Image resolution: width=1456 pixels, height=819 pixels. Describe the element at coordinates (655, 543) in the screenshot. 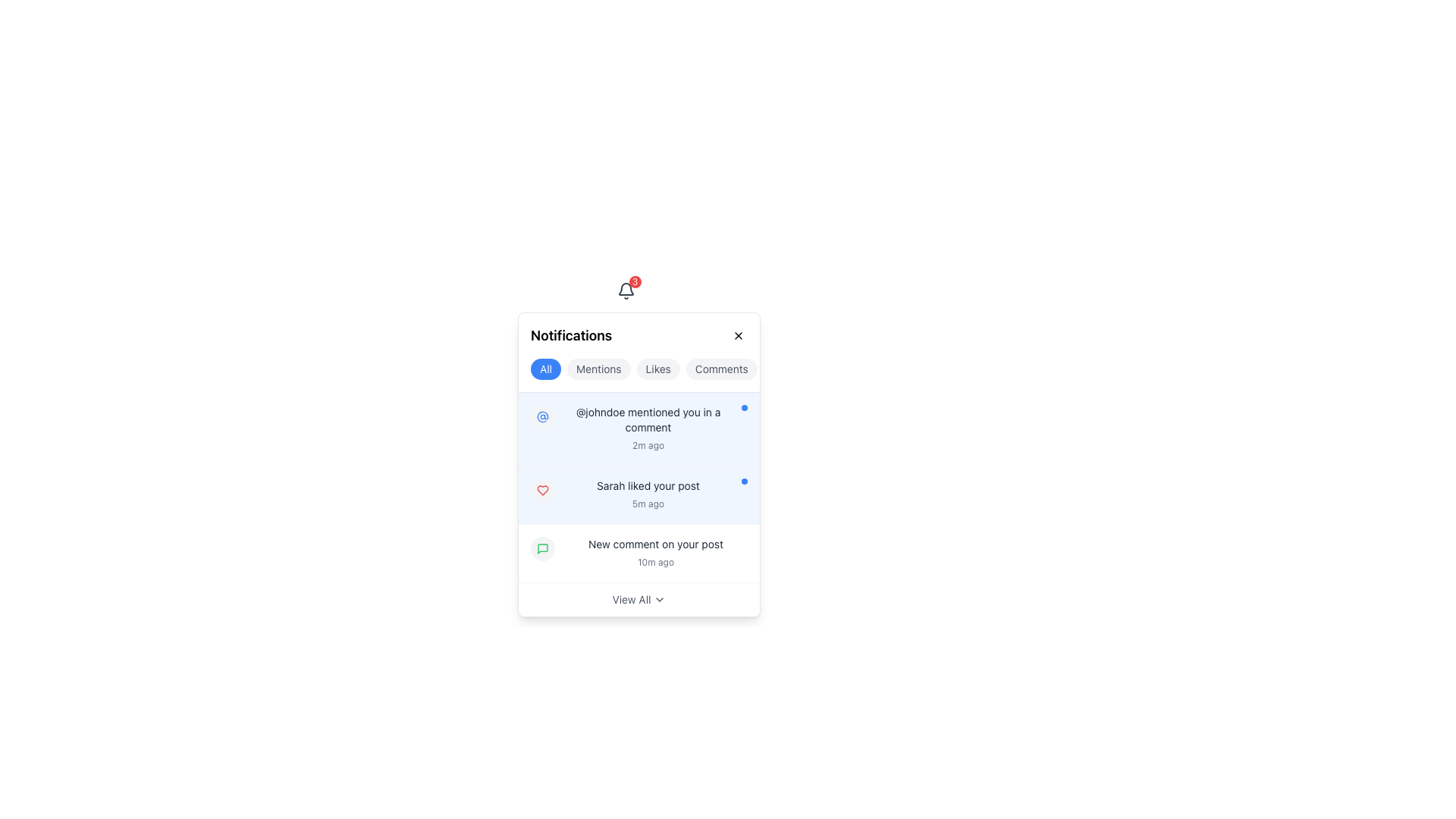

I see `the notification message indicating a new comment on the user's post, located in the lower region of the notification dropdown pane, directly above the time indicator '10m ago'` at that location.